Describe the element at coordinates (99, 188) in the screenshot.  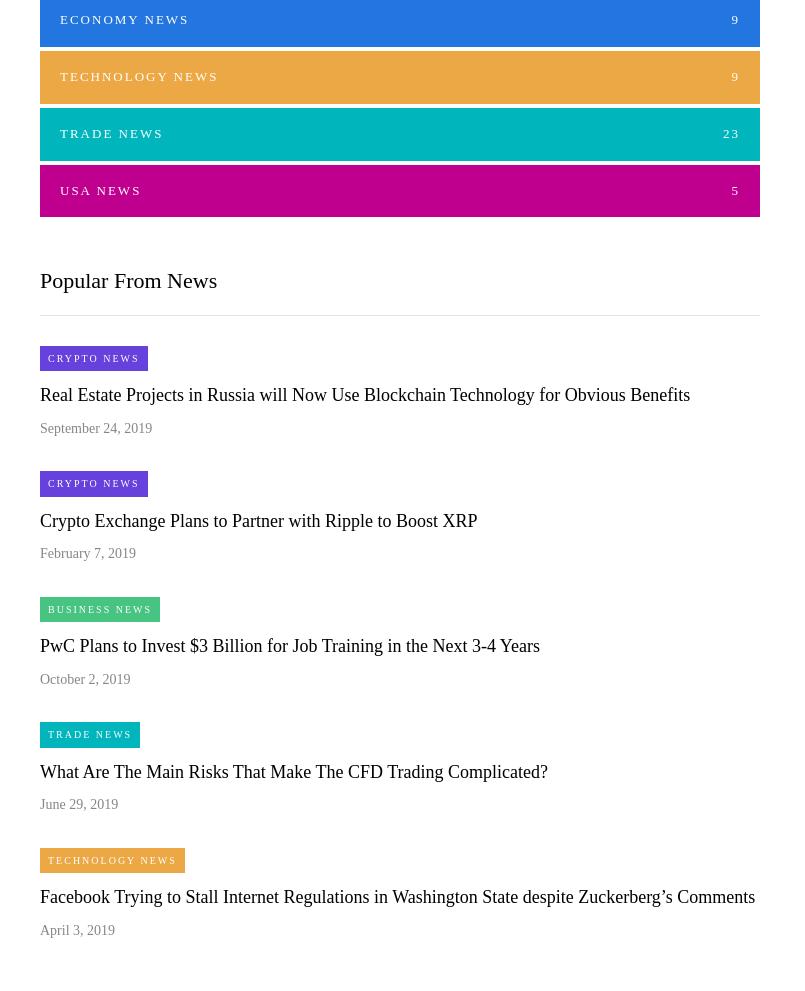
I see `'USA News'` at that location.